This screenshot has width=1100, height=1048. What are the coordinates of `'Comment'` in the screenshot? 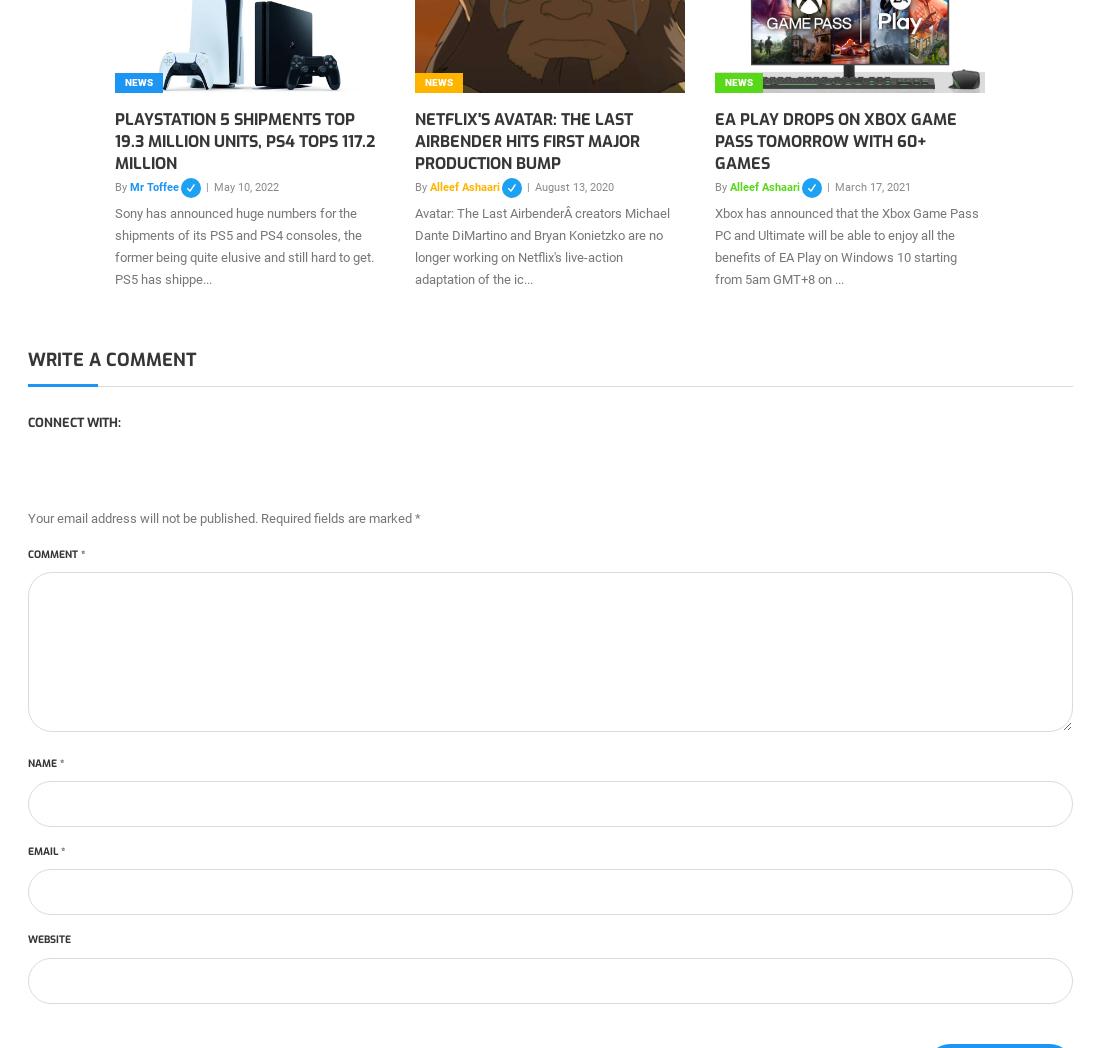 It's located at (52, 552).